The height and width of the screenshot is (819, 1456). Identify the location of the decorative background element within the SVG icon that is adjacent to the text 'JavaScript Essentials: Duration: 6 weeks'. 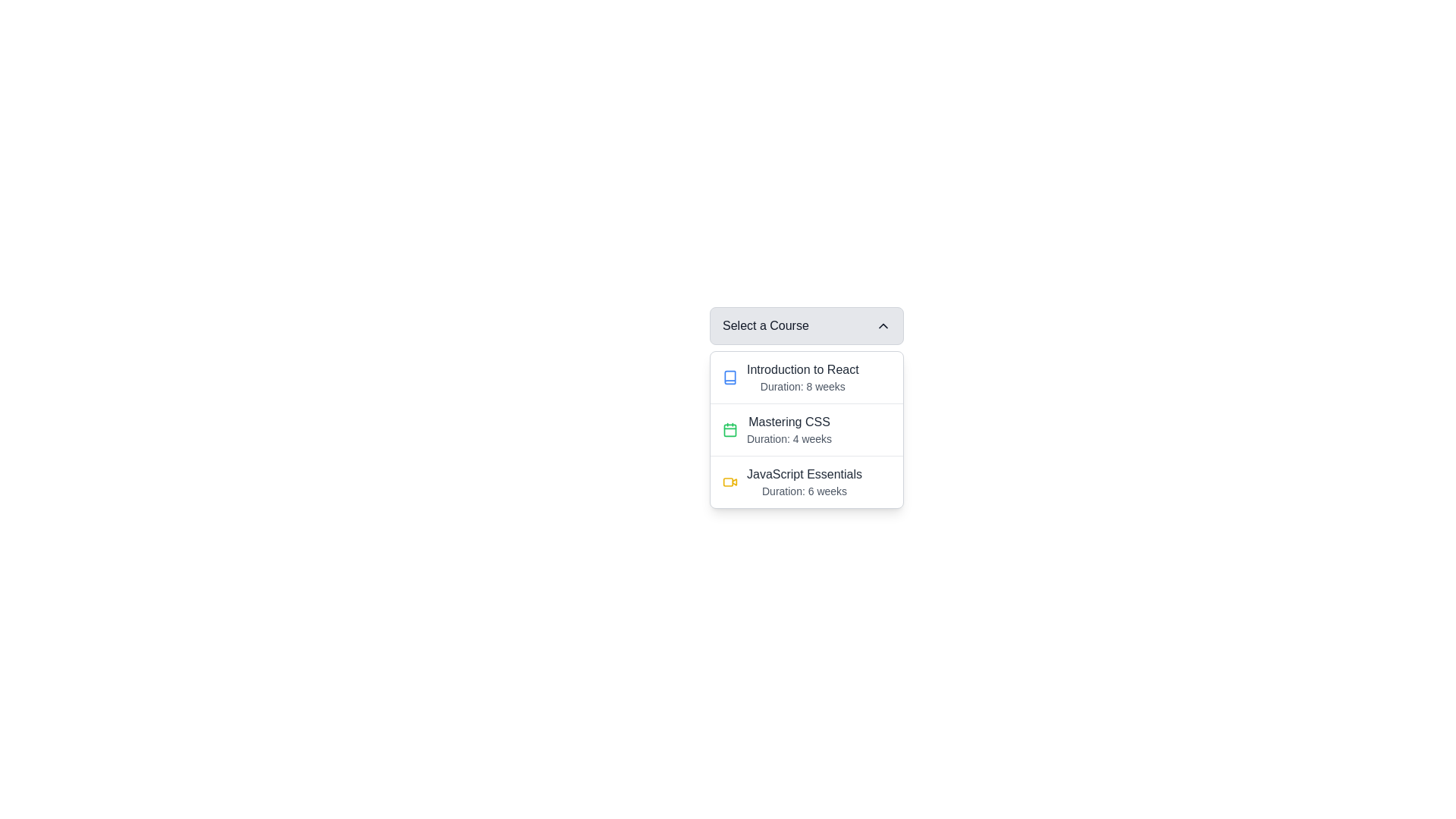
(728, 482).